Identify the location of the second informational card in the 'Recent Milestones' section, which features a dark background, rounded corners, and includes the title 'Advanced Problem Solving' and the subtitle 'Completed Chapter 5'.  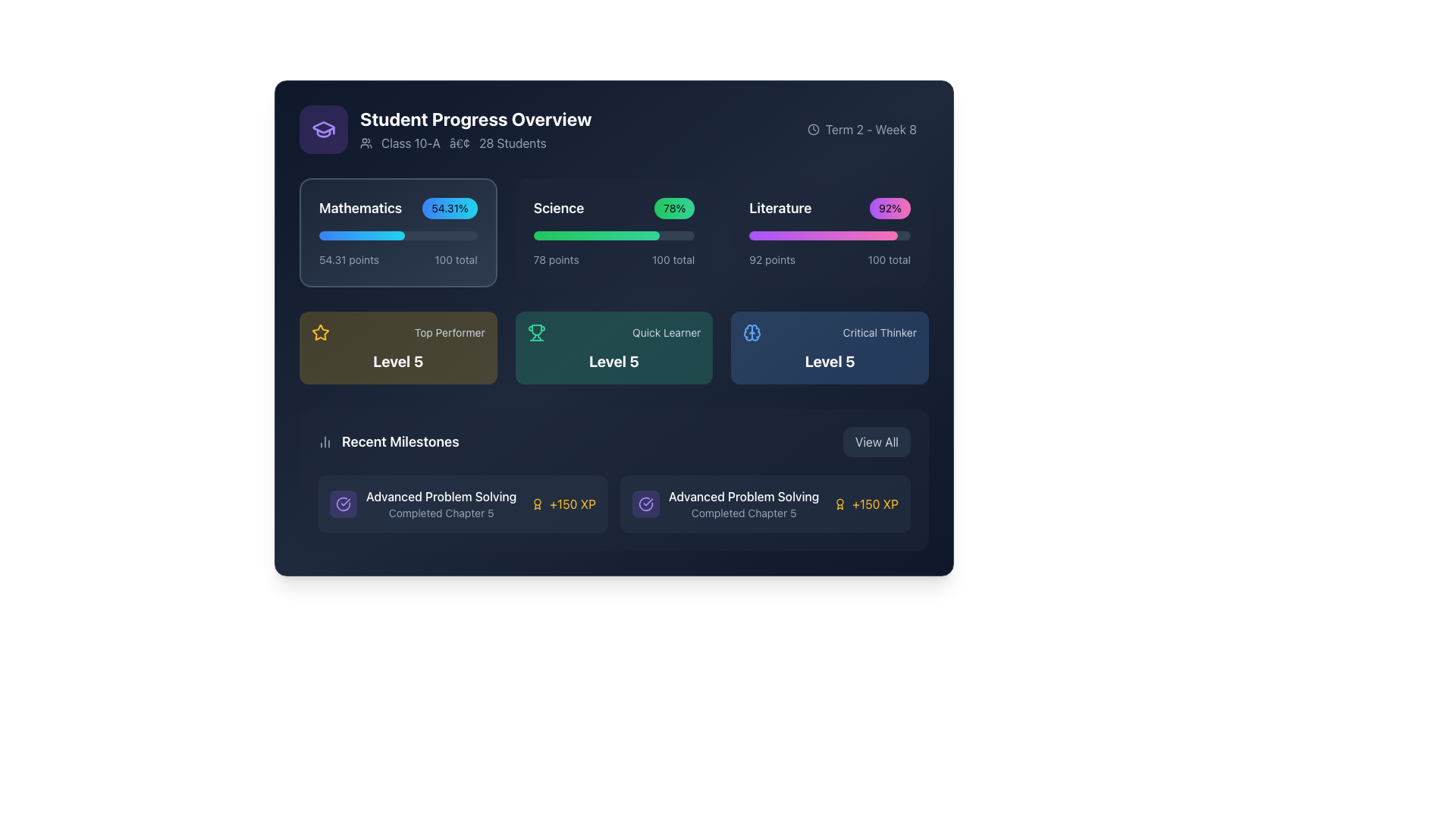
(765, 504).